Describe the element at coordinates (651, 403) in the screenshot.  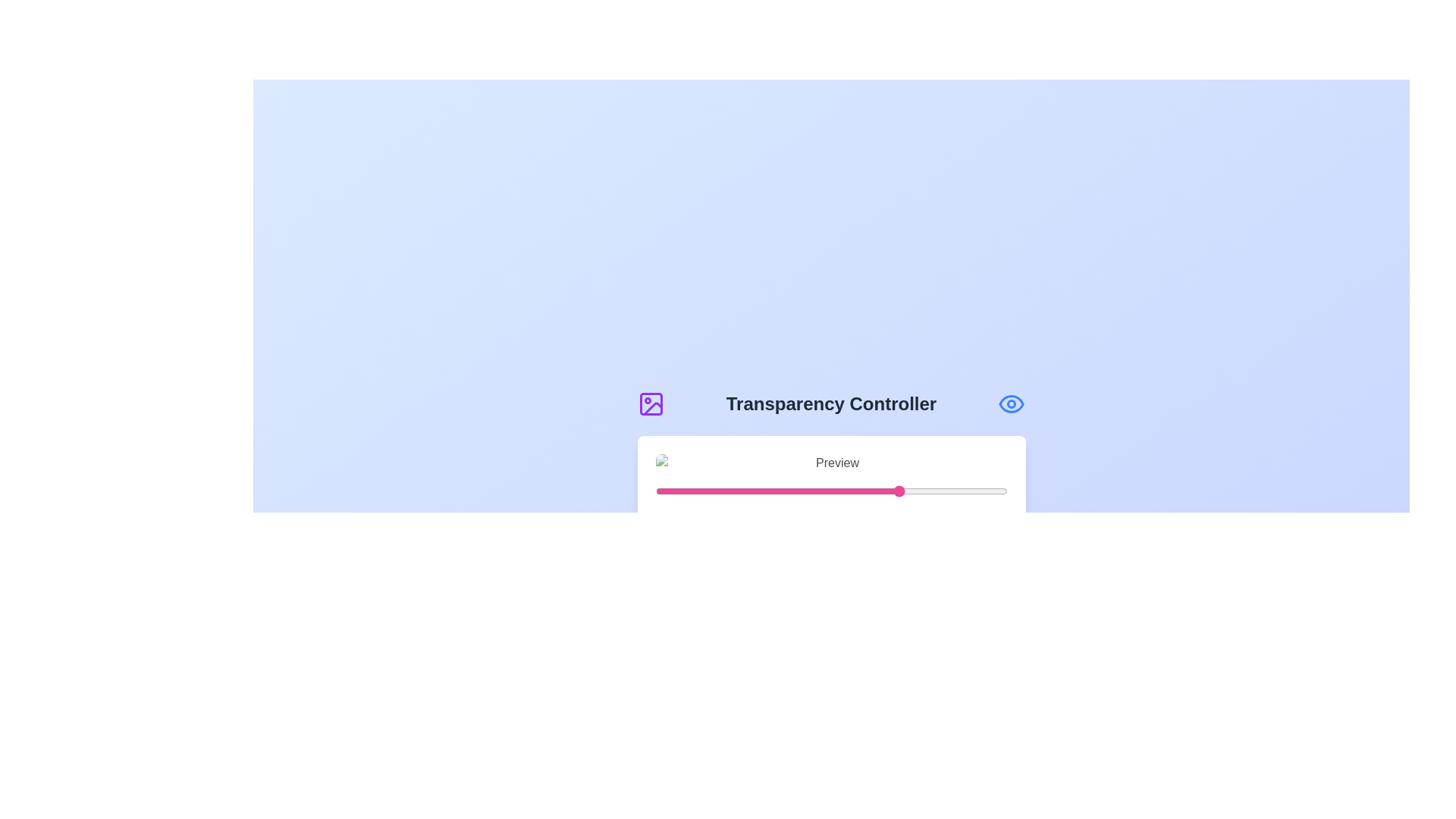
I see `the Image icon in the header` at that location.